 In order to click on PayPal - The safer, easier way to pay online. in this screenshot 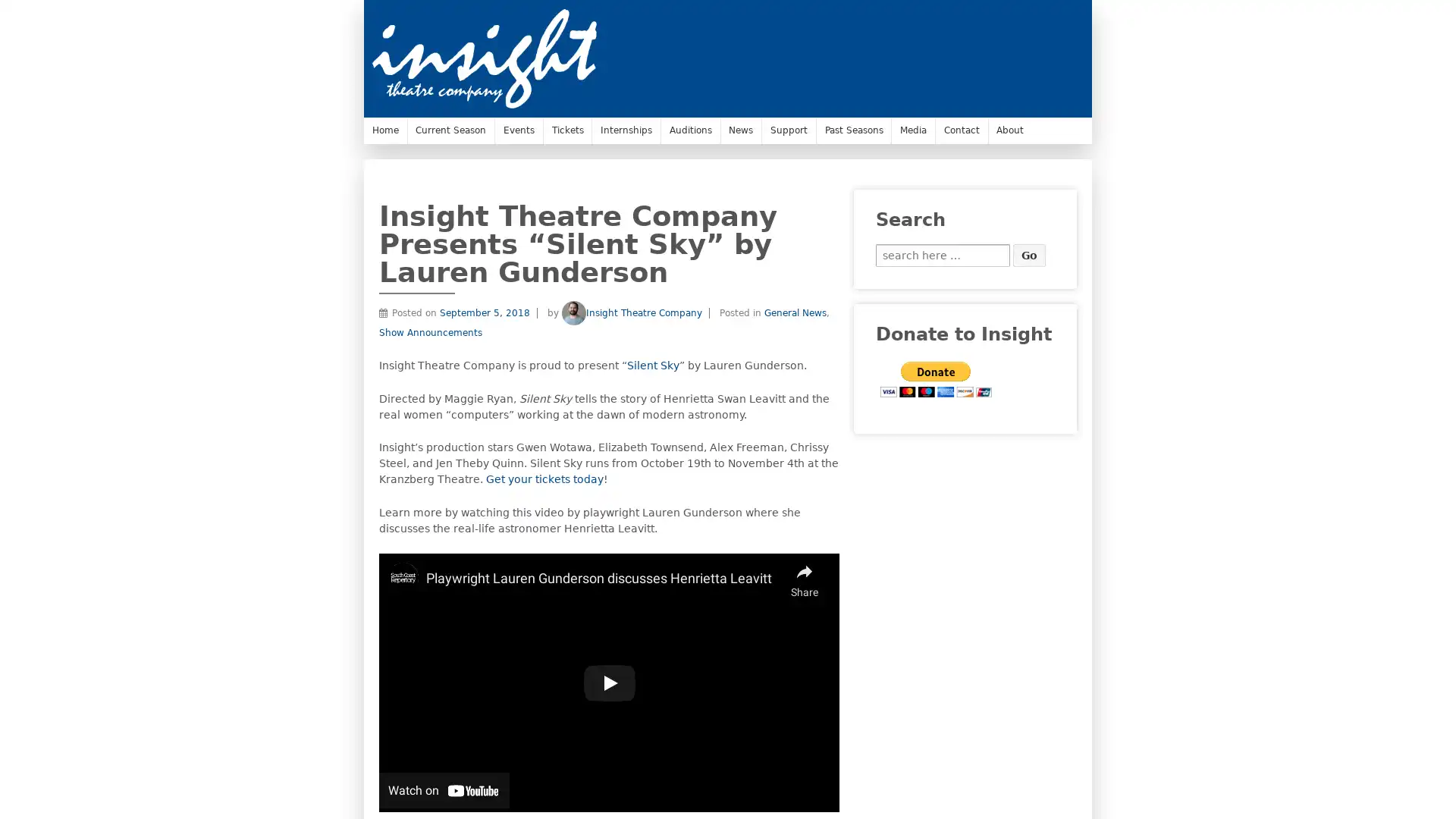, I will do `click(934, 378)`.